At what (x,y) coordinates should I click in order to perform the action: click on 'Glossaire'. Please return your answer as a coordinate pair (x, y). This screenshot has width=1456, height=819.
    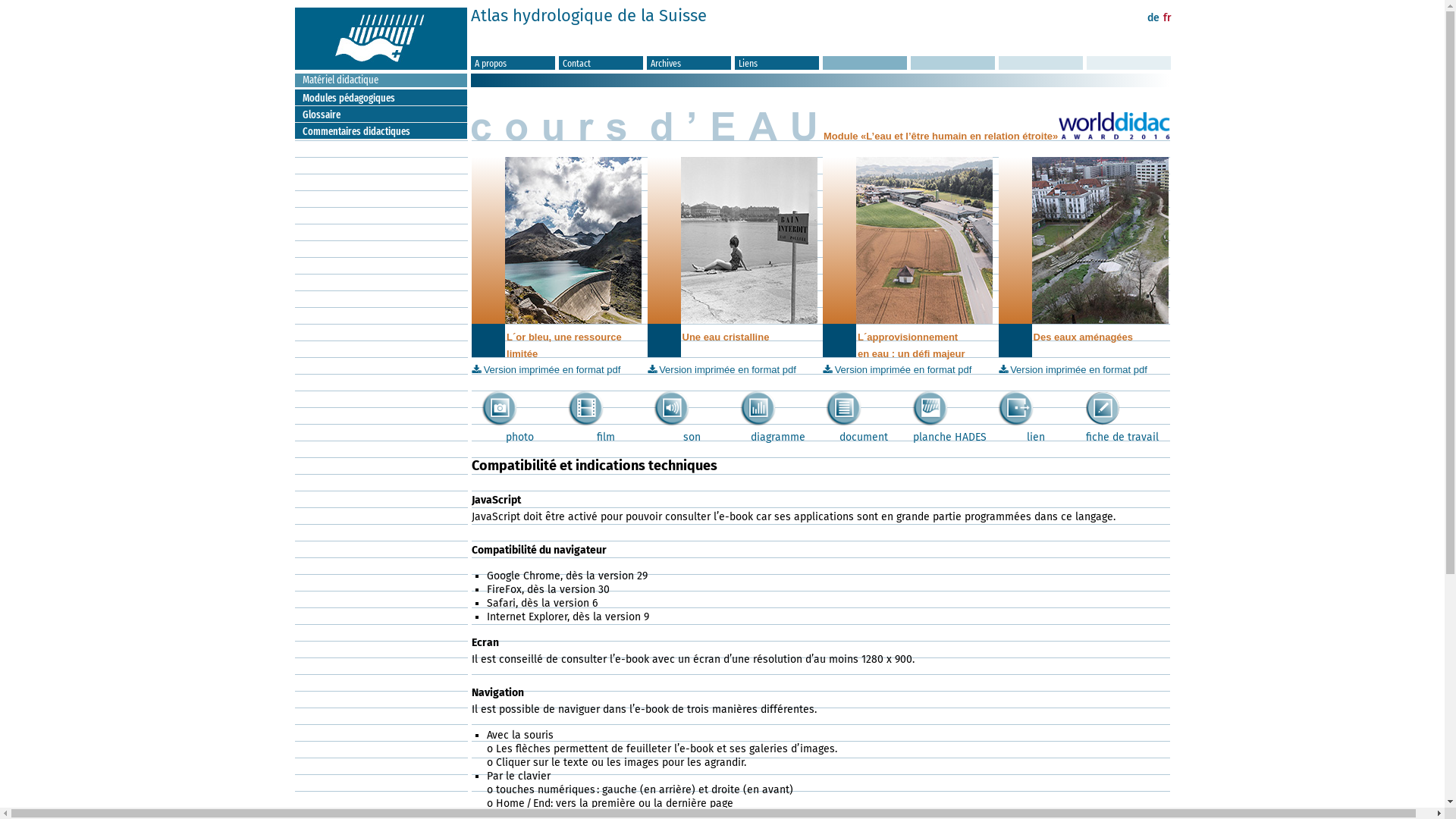
    Looking at the image, I should click on (384, 114).